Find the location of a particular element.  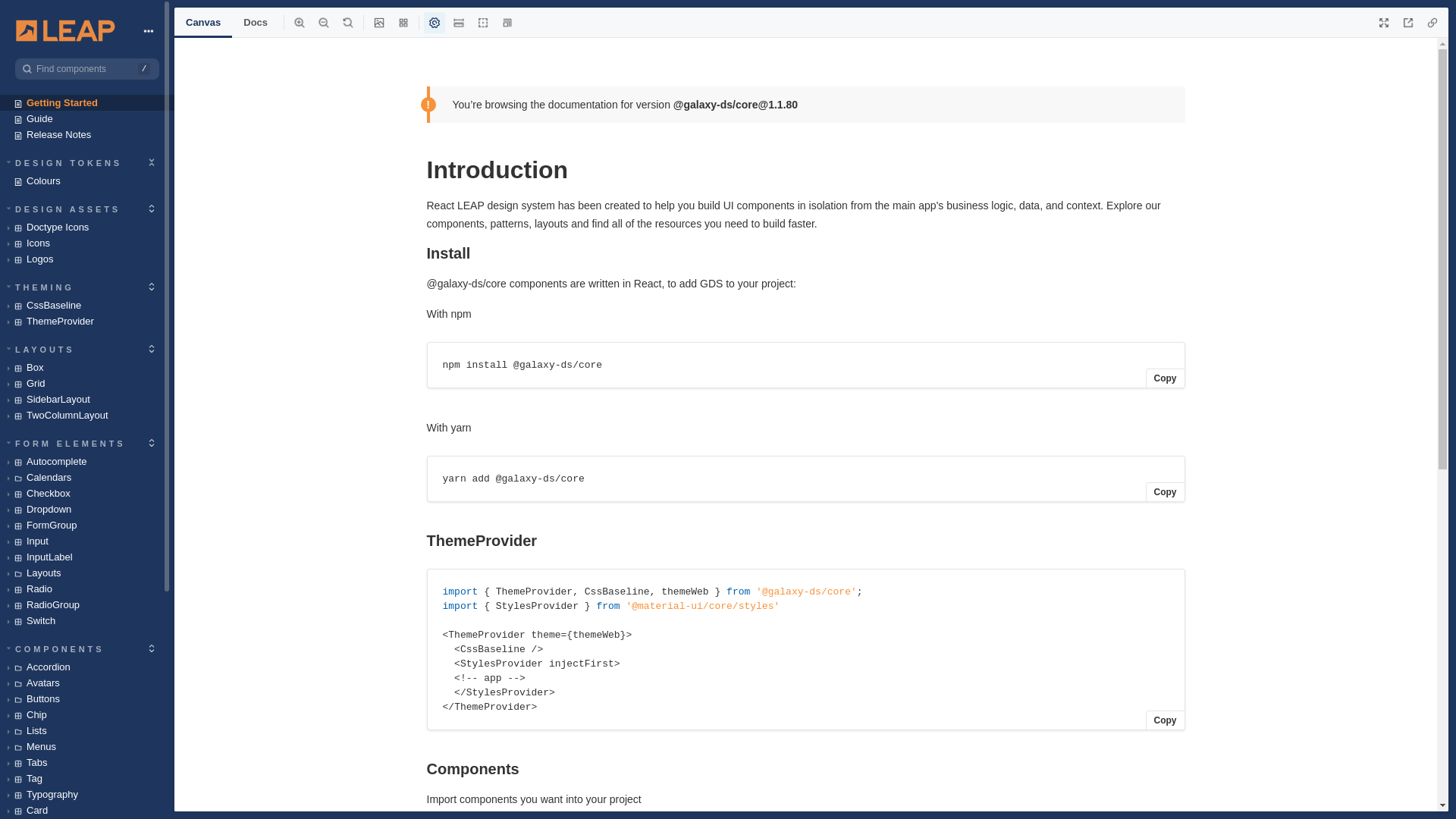

'LEAP Docs' is located at coordinates (64, 30).